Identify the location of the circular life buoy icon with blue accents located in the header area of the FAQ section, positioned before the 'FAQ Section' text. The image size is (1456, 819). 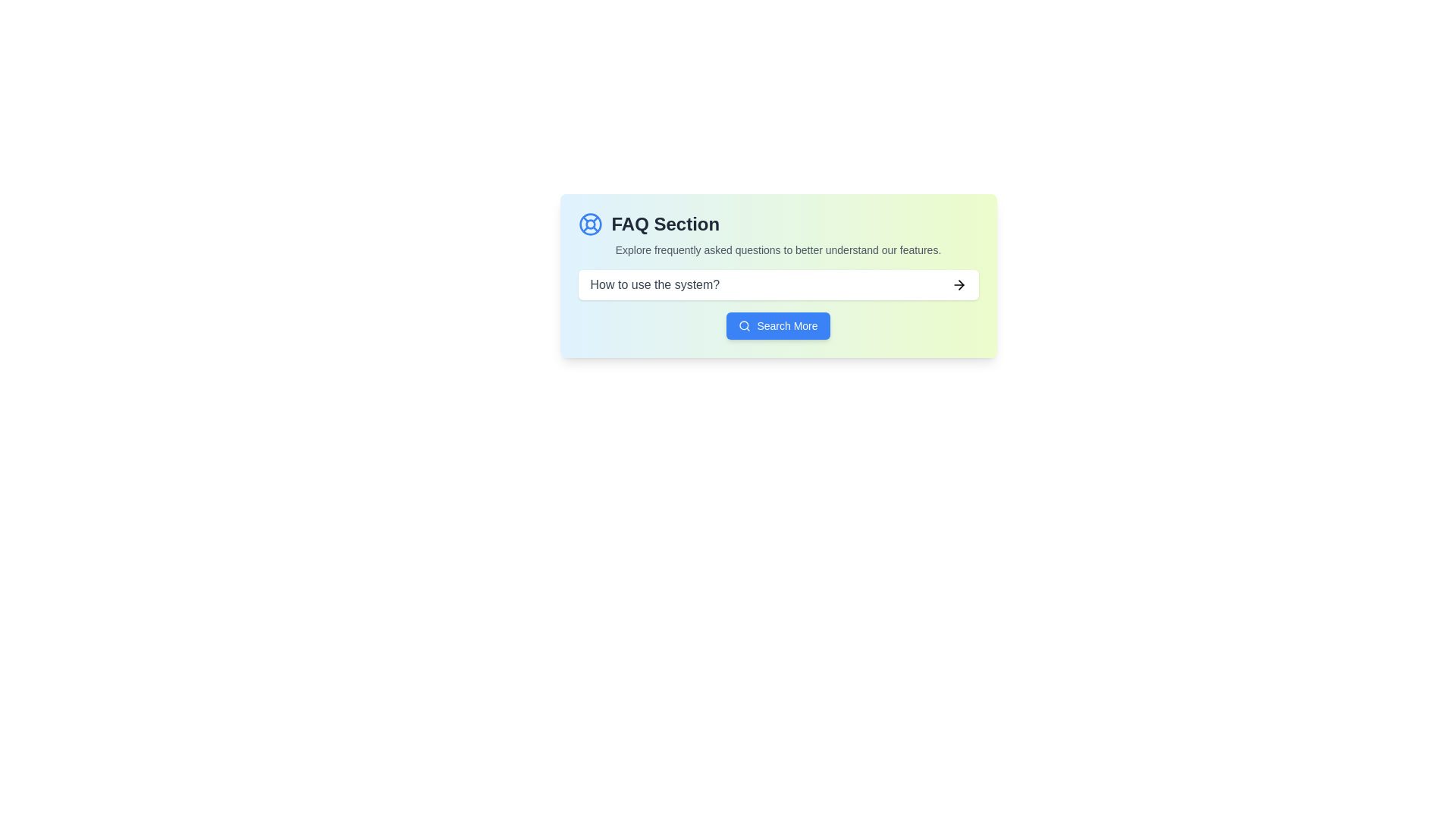
(589, 224).